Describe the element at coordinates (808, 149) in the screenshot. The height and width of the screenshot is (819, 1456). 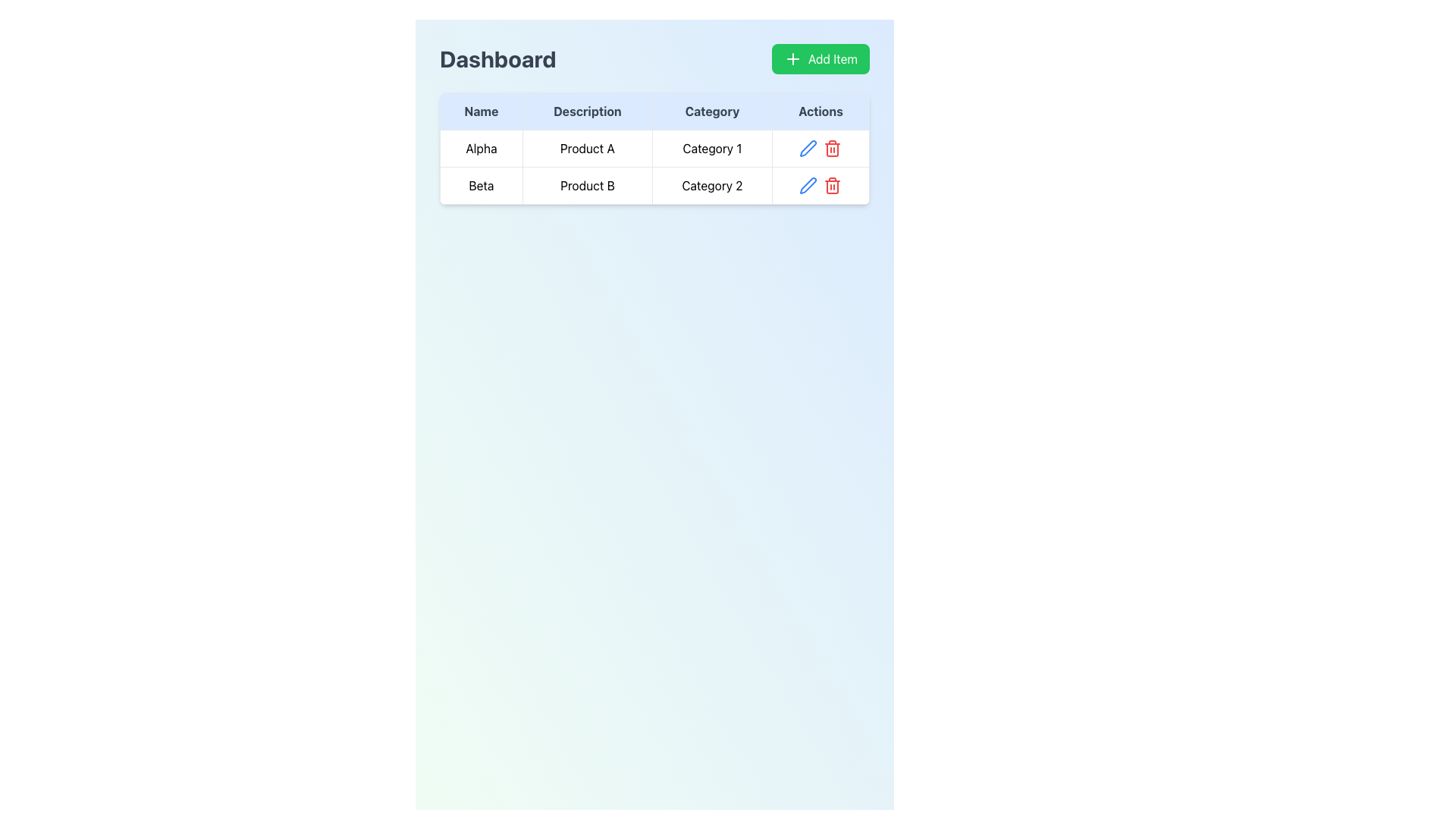
I see `the blue pencil icon in the 'Actions' column of the second row` at that location.